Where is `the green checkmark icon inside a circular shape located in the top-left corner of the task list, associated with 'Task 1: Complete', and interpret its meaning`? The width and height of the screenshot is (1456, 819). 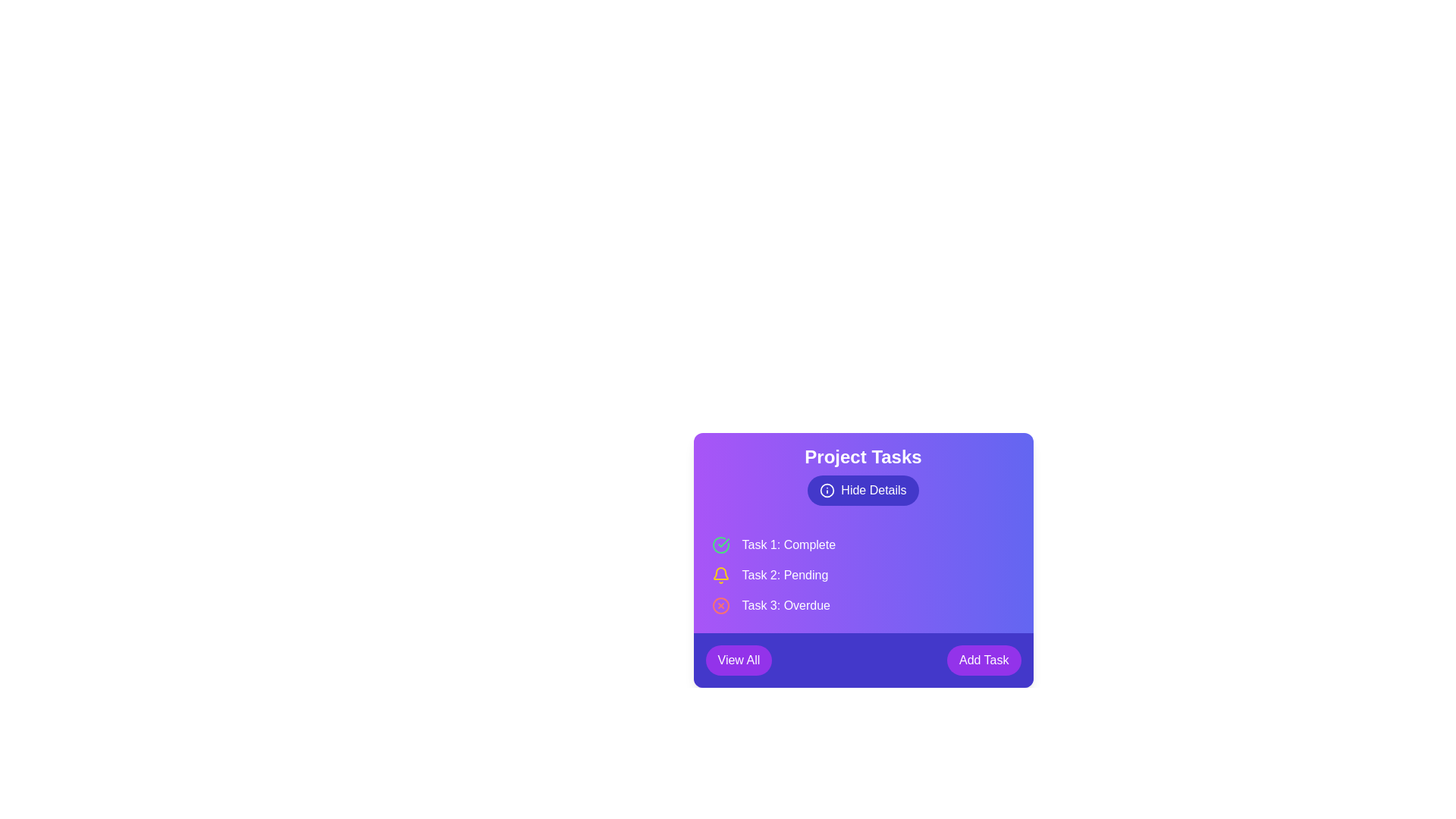
the green checkmark icon inside a circular shape located in the top-left corner of the task list, associated with 'Task 1: Complete', and interpret its meaning is located at coordinates (723, 542).